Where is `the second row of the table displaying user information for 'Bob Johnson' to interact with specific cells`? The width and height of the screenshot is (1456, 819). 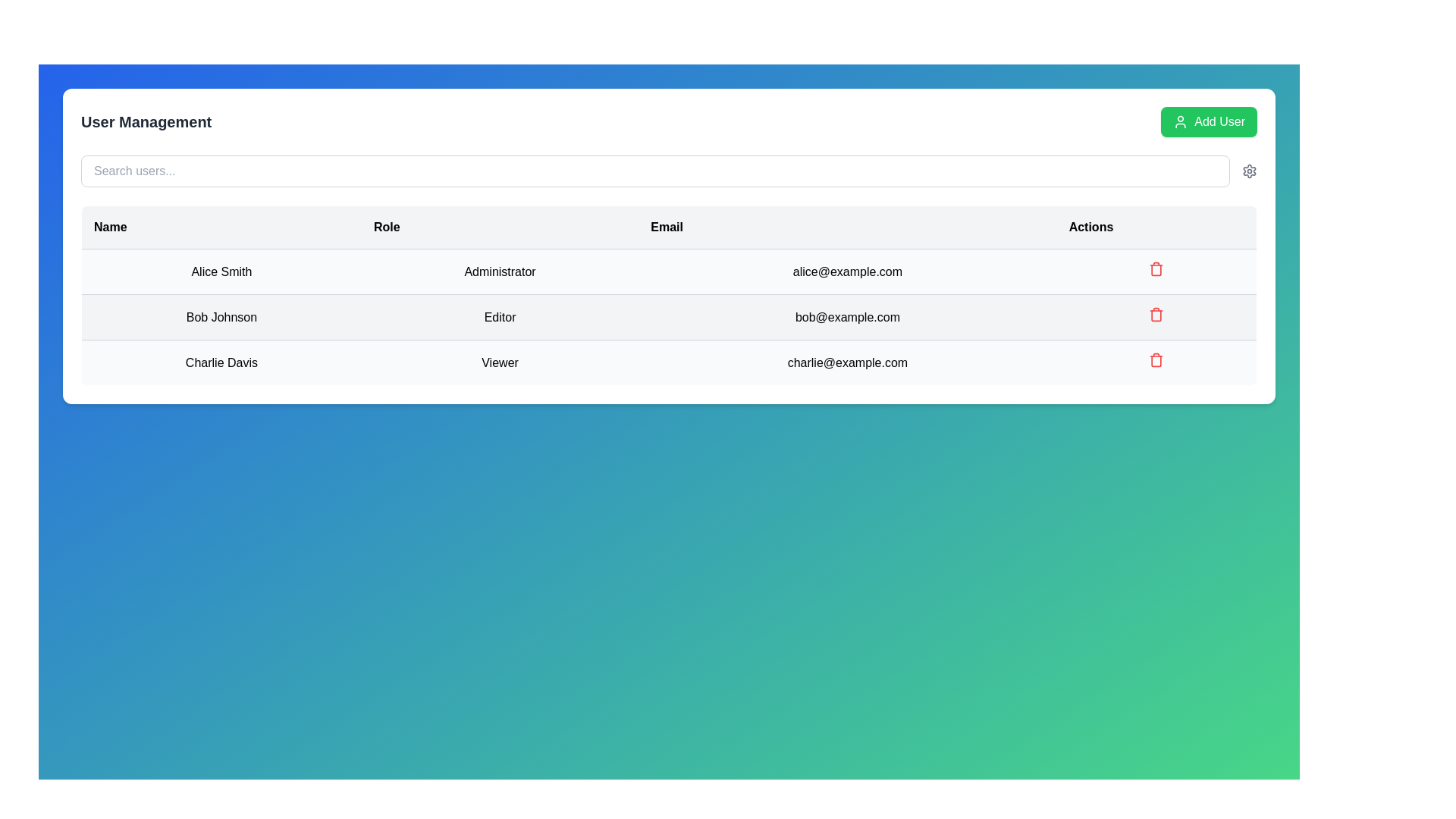
the second row of the table displaying user information for 'Bob Johnson' to interact with specific cells is located at coordinates (668, 316).